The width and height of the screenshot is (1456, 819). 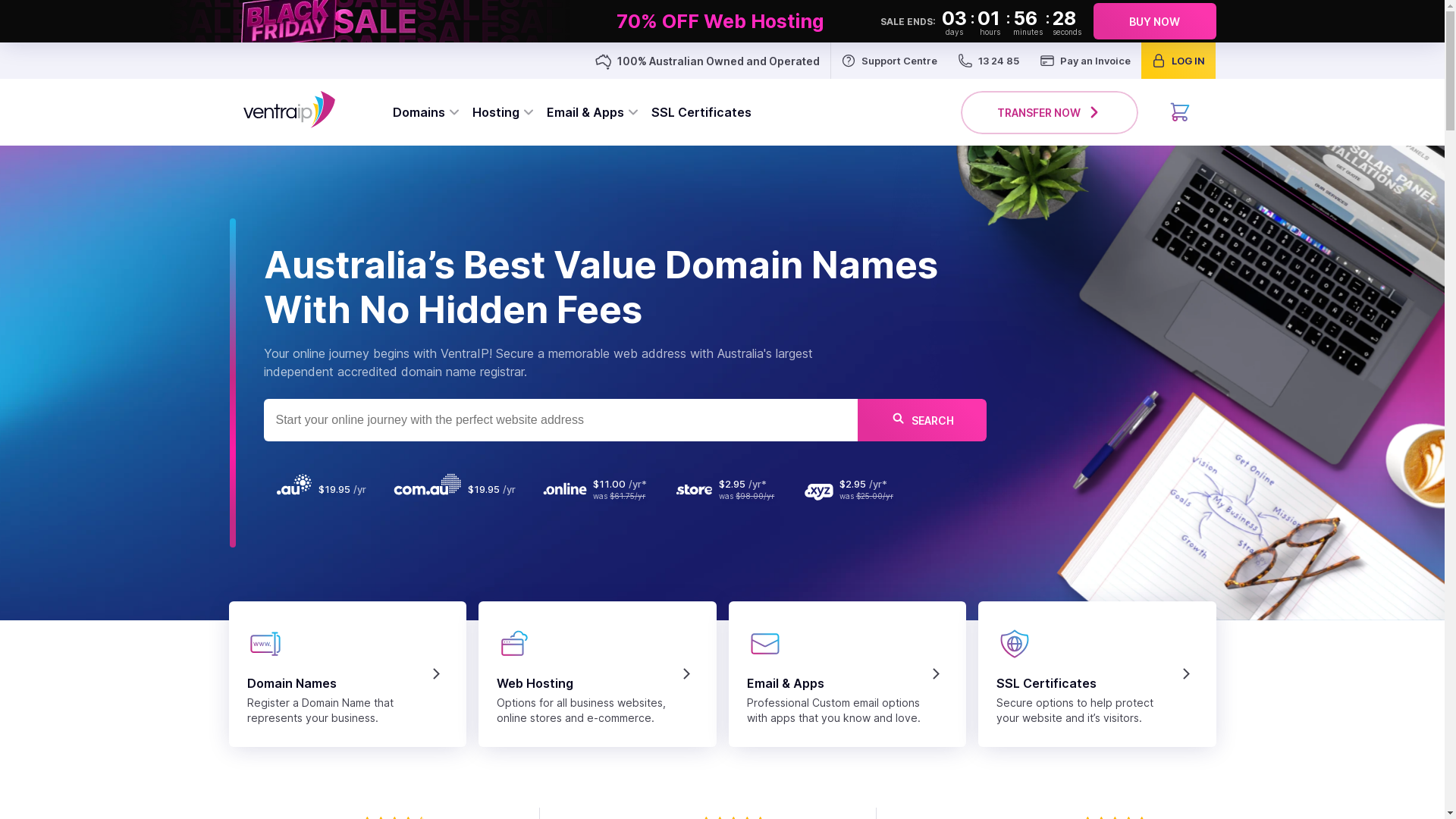 I want to click on 'emailapps', so click(x=764, y=643).